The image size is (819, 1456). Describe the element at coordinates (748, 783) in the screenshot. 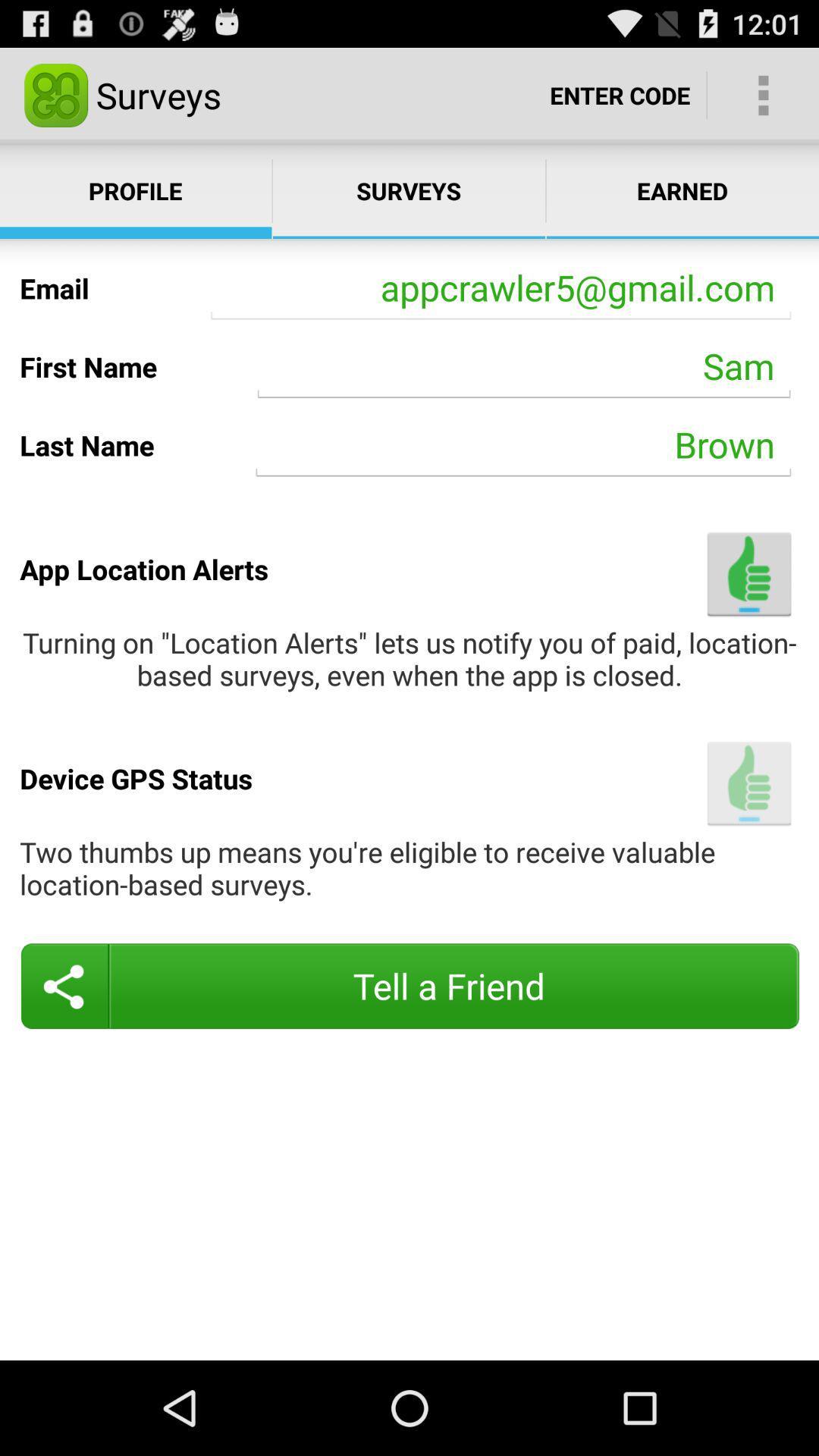

I see `item above two thumbs up` at that location.